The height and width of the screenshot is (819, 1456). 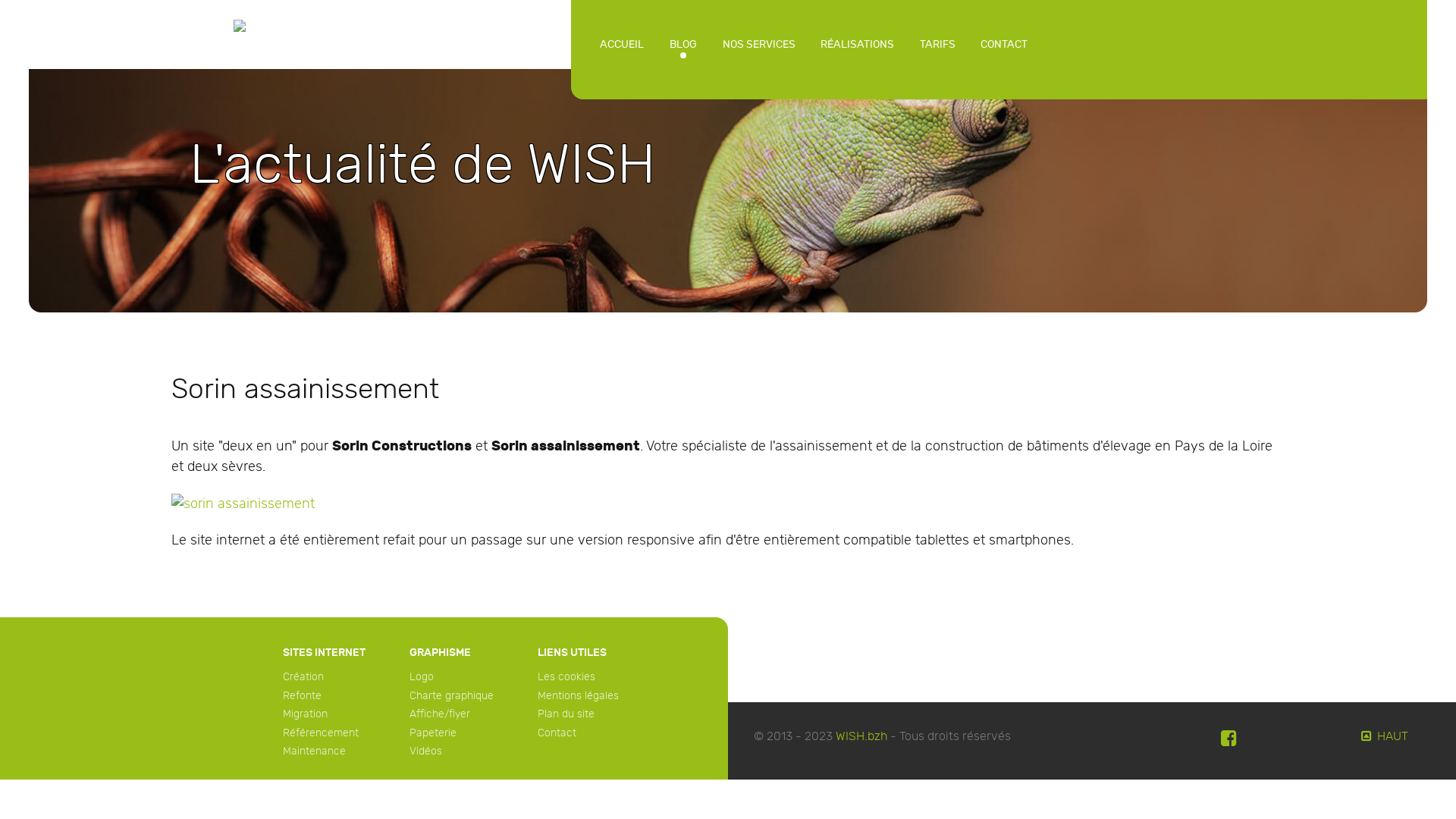 I want to click on 'NOS SERVICES', so click(x=759, y=43).